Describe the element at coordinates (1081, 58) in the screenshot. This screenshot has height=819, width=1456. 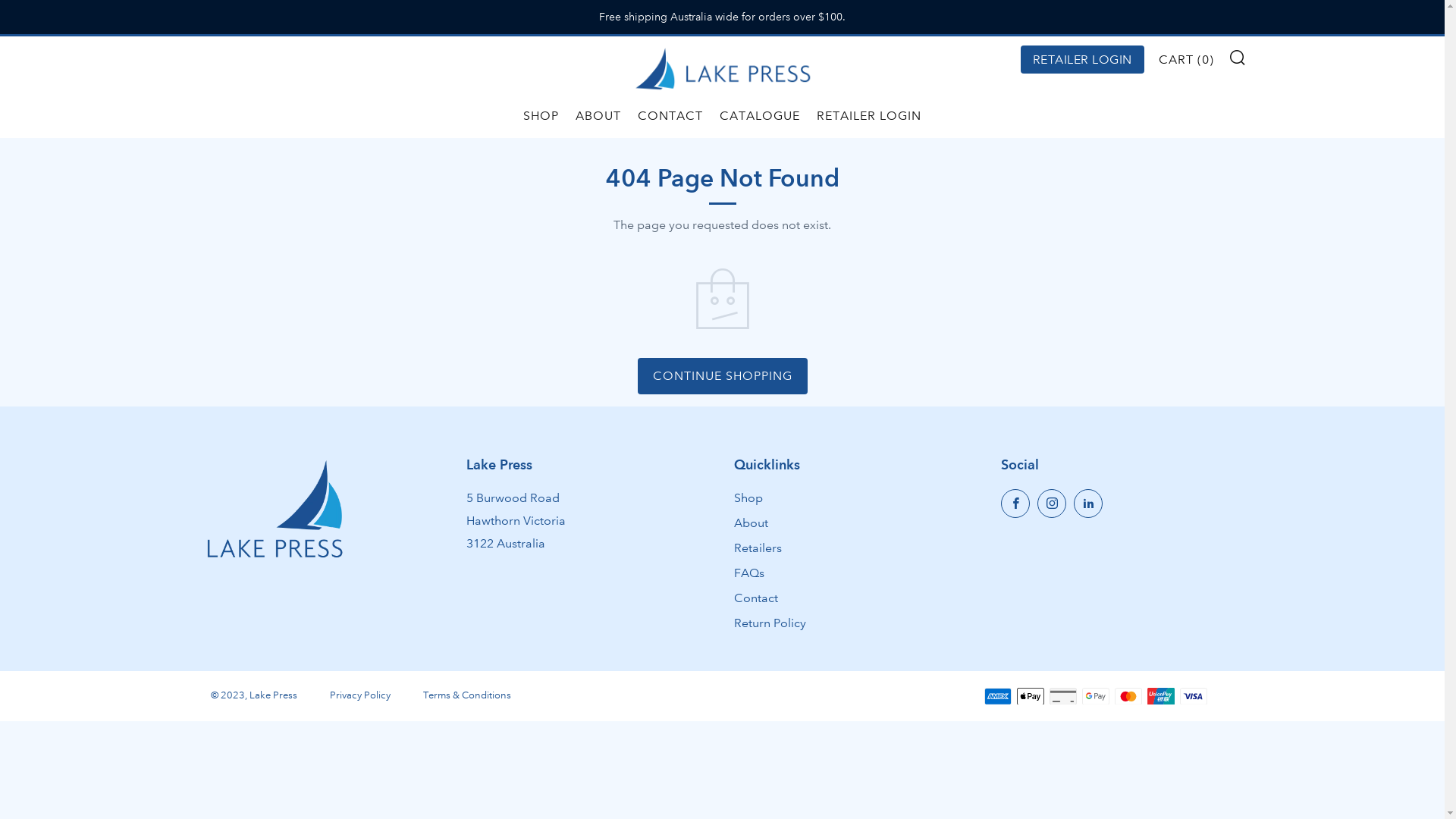
I see `'RETAILER LOGIN'` at that location.